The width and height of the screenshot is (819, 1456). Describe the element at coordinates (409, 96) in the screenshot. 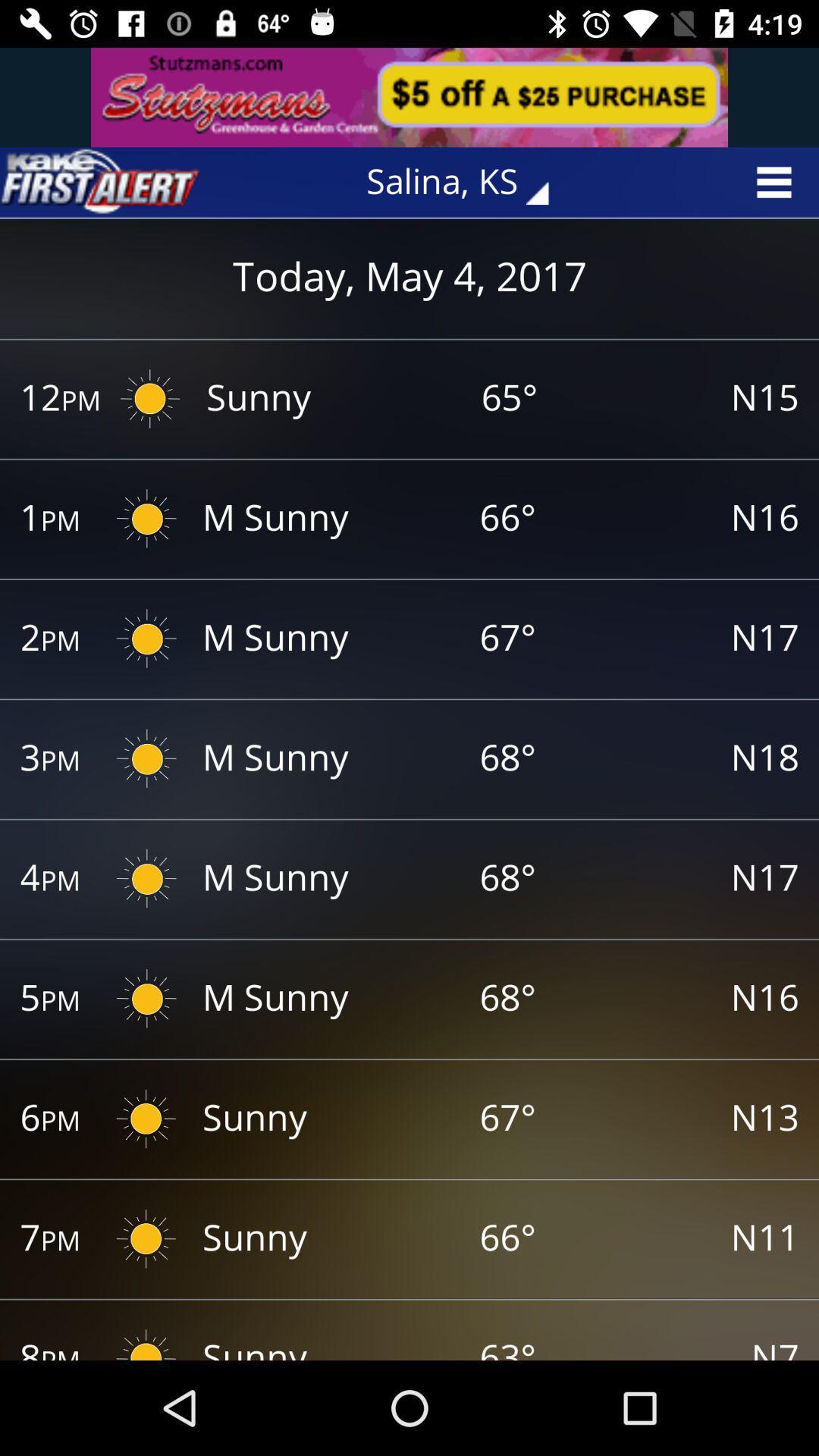

I see `advatisment pega` at that location.